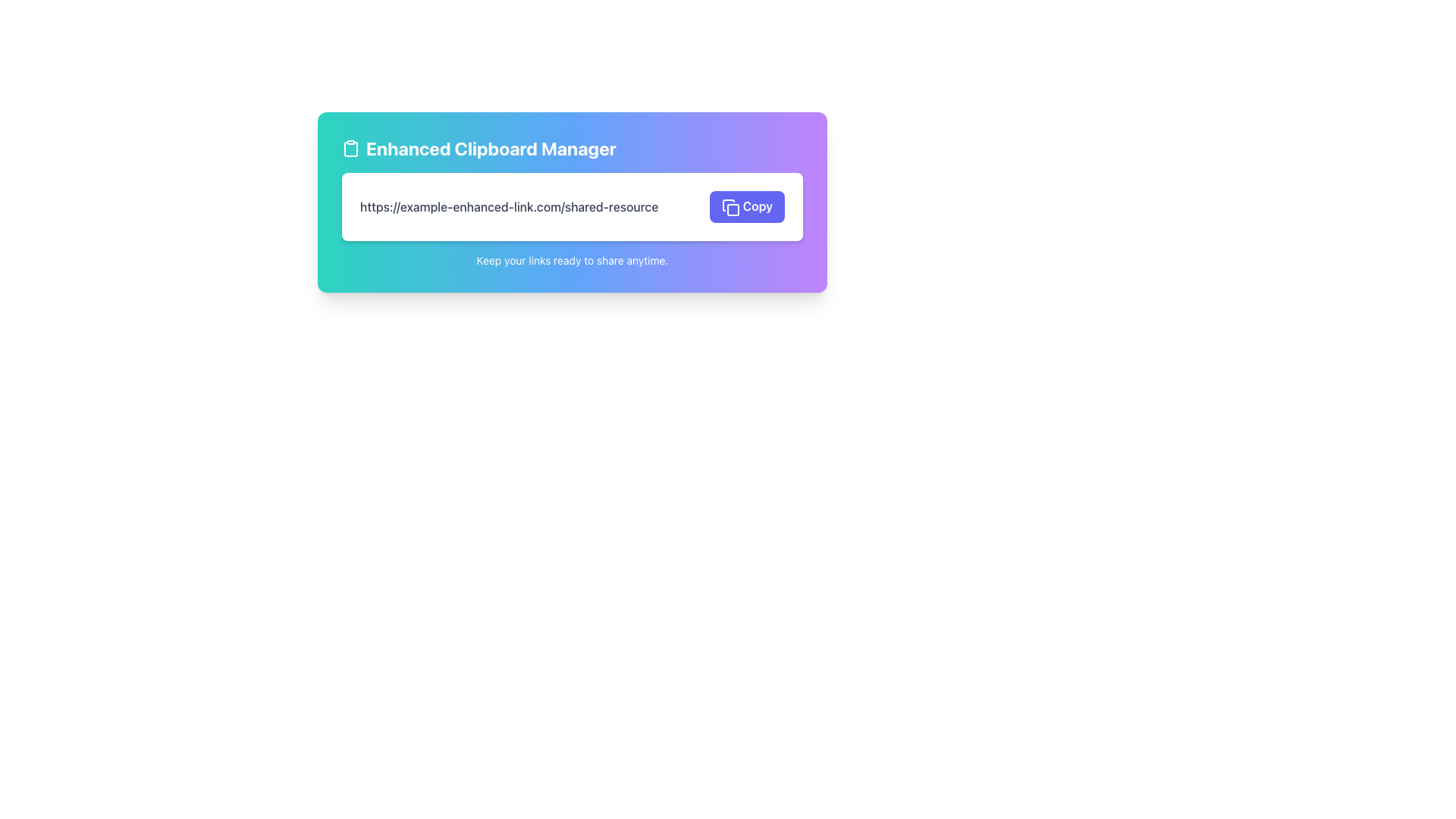  Describe the element at coordinates (509, 206) in the screenshot. I see `the textual link displaying the URL 'https://example-enhanced-link.com/shared-resource', styled with a gray font color, located on the left-hand side adjacent to the 'Copy' button` at that location.